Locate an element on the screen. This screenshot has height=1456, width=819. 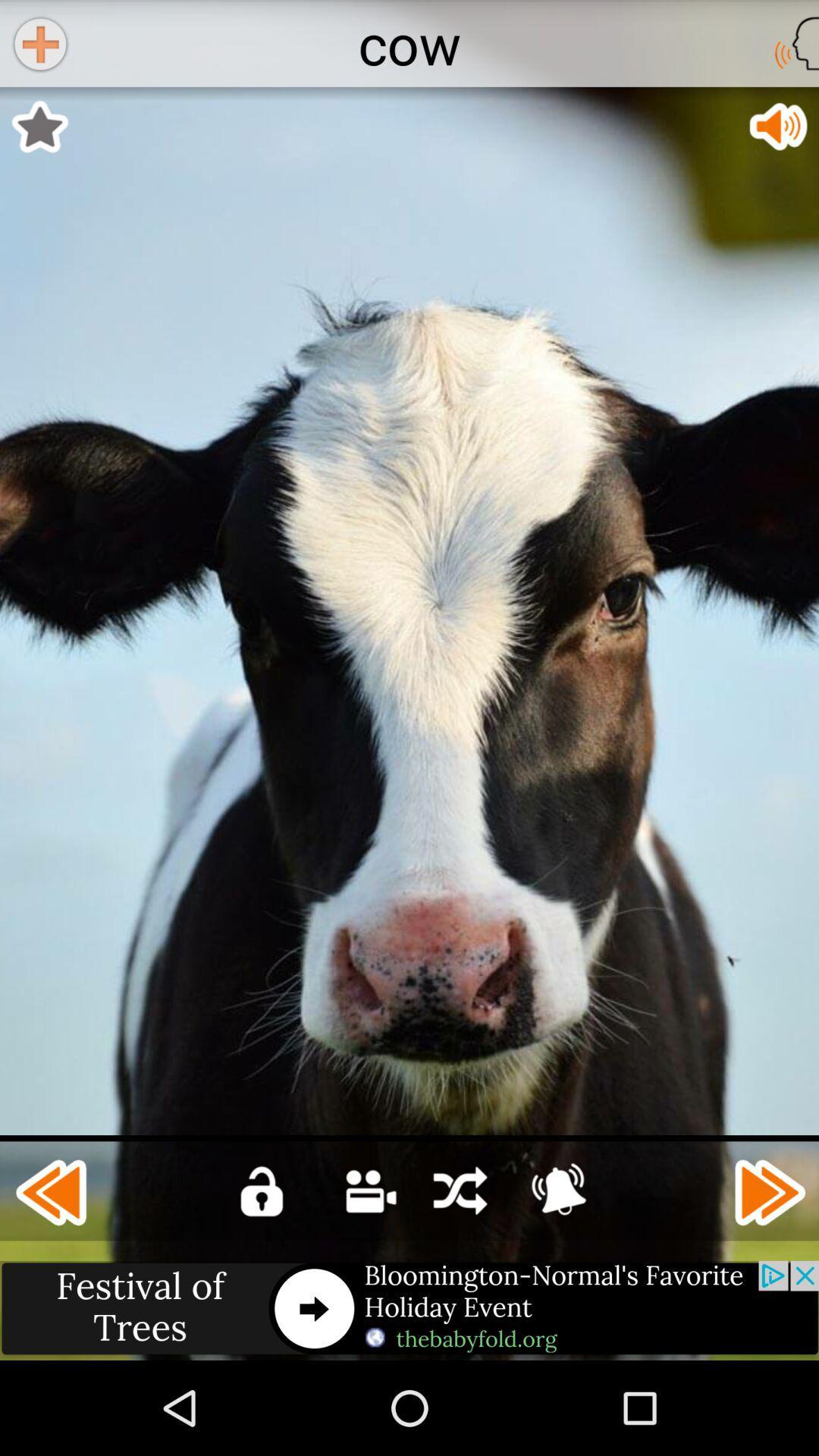
the icon below the cow is located at coordinates (39, 127).